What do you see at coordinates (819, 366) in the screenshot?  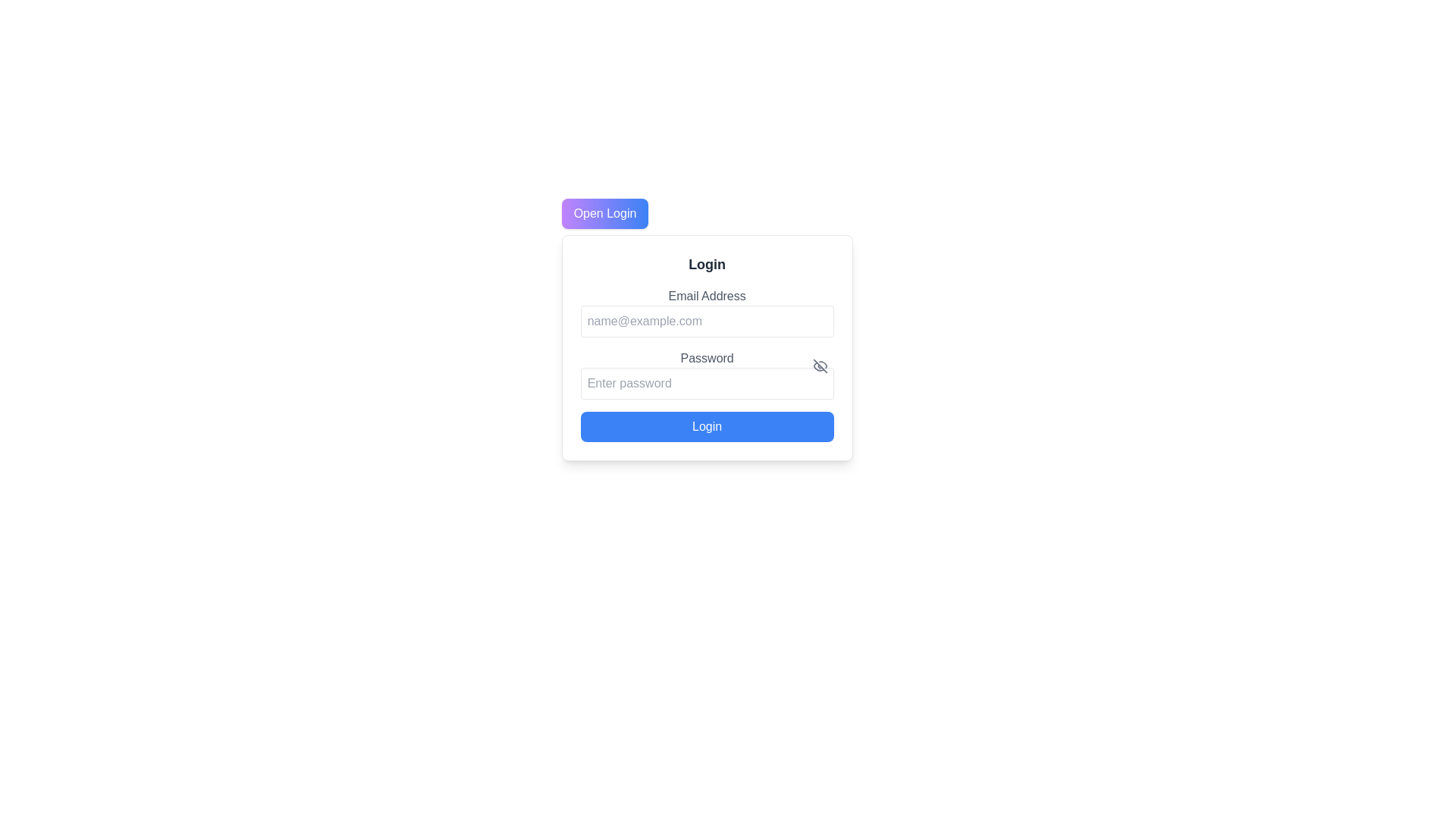 I see `the eye-shaped icon button used for toggling password visibility, located inside the password input field at the top-right corner` at bounding box center [819, 366].